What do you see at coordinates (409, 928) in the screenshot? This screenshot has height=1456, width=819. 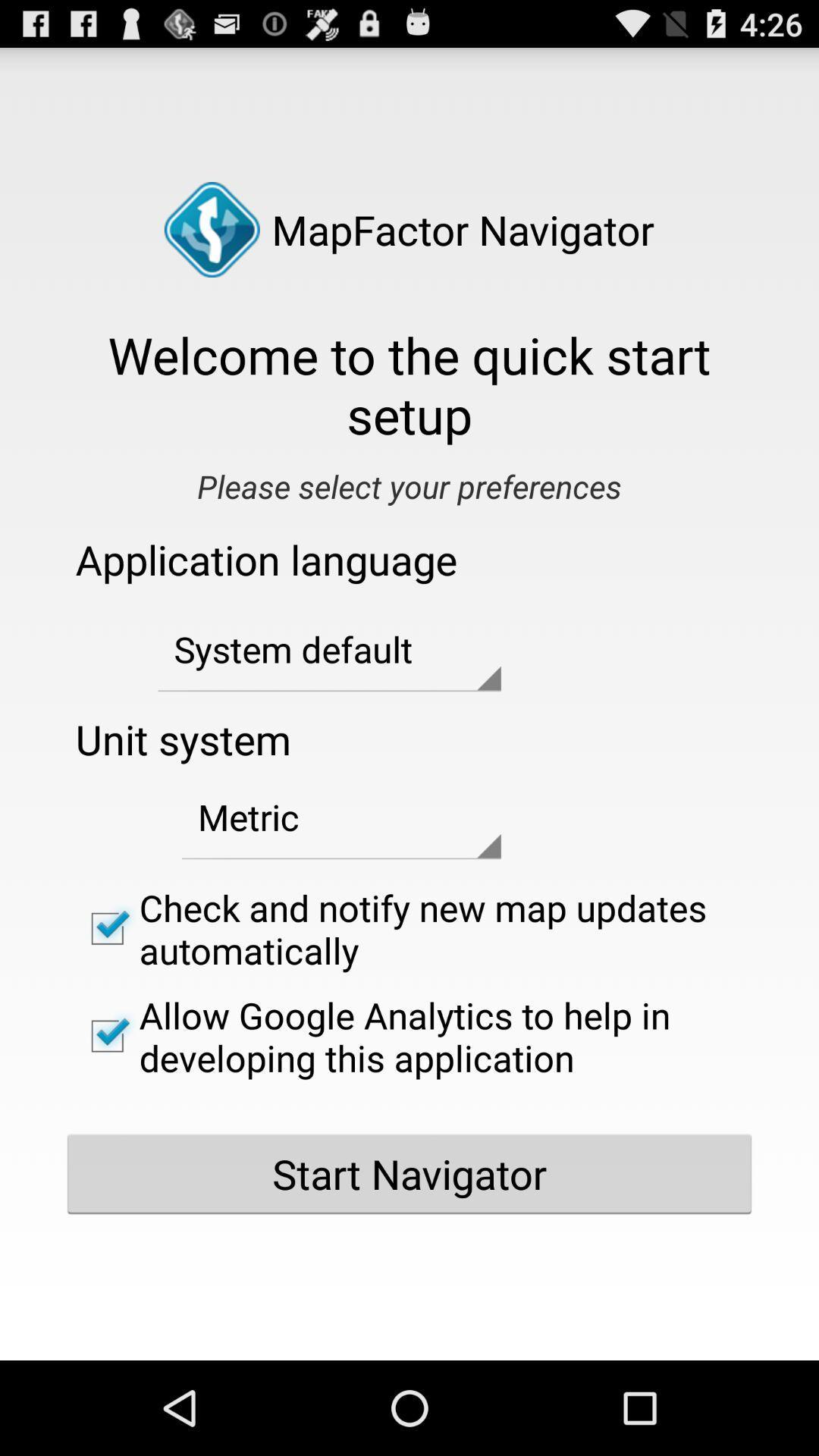 I see `app below metric app` at bounding box center [409, 928].